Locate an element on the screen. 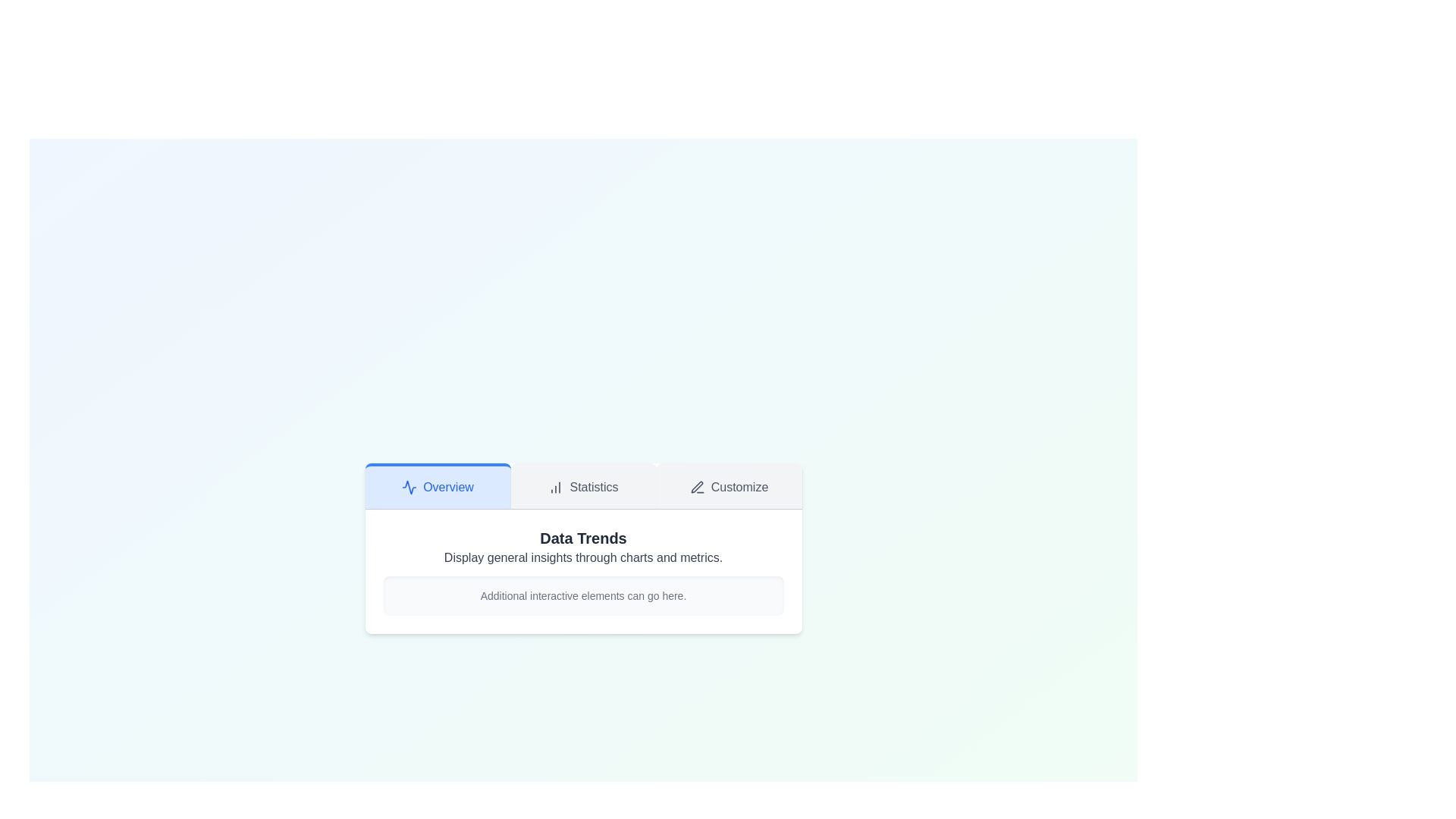 The image size is (1456, 819). the text content in the 'Data Trends' section is located at coordinates (582, 571).